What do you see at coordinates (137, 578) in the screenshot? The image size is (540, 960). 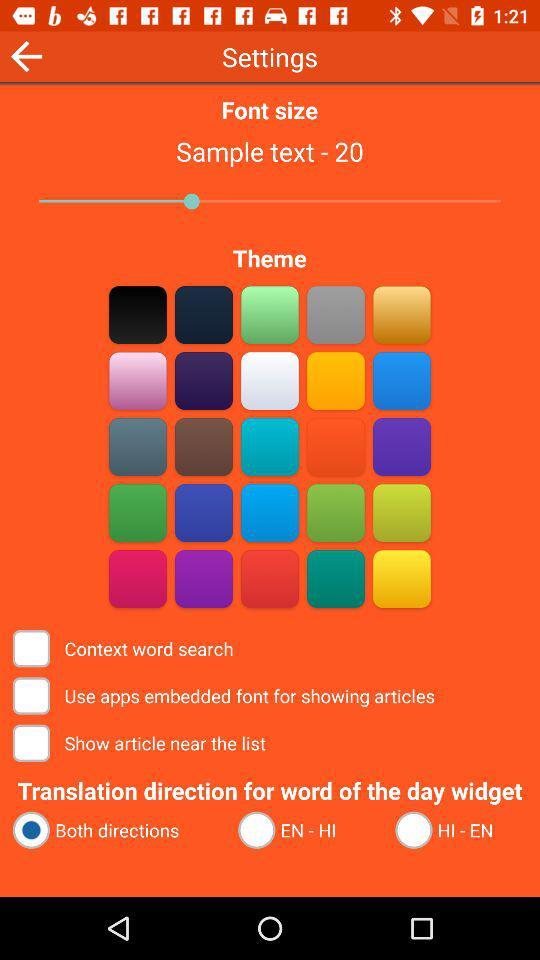 I see `choose the color for your theme` at bounding box center [137, 578].